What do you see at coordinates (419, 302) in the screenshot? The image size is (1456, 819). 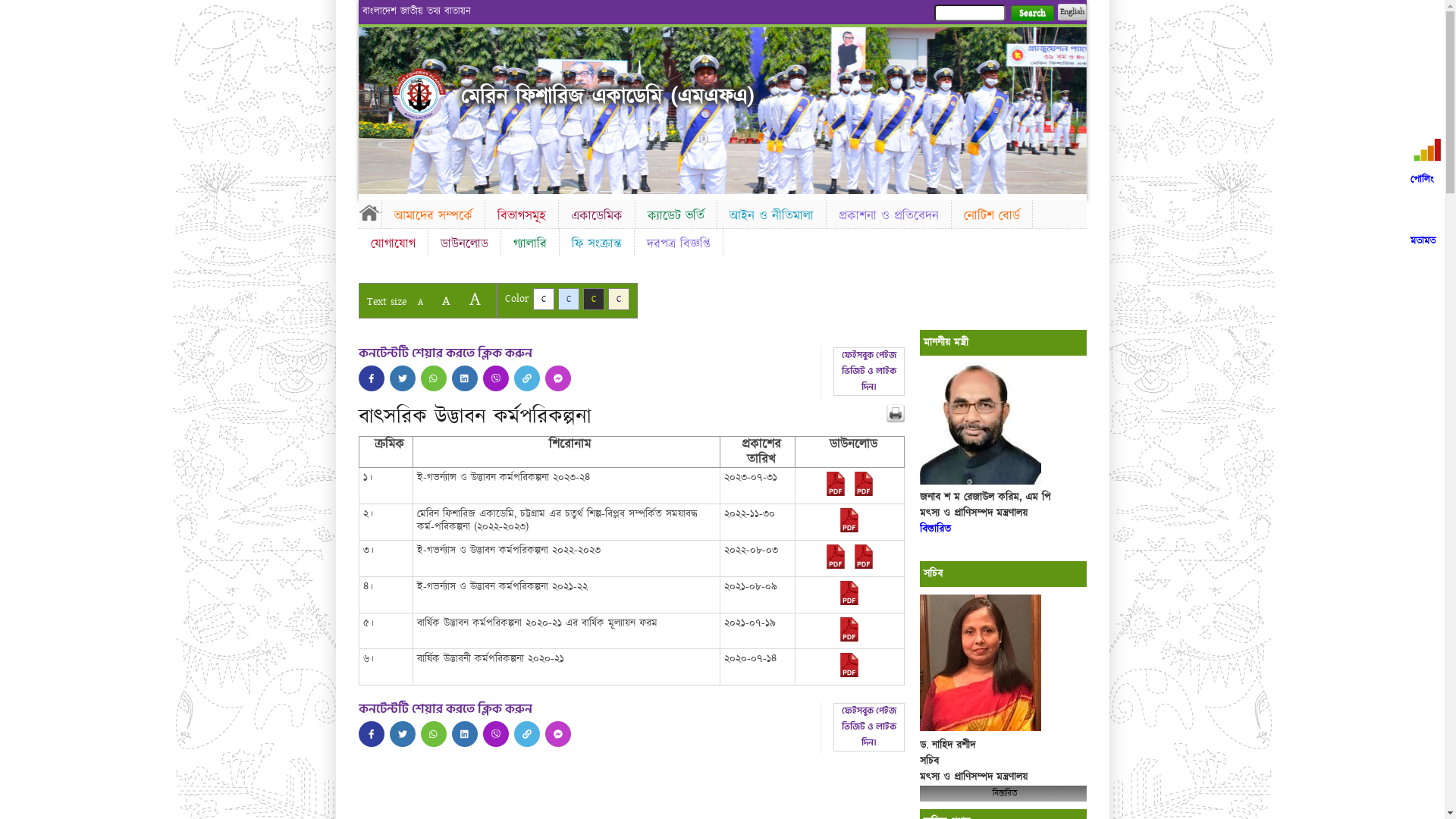 I see `'A'` at bounding box center [419, 302].